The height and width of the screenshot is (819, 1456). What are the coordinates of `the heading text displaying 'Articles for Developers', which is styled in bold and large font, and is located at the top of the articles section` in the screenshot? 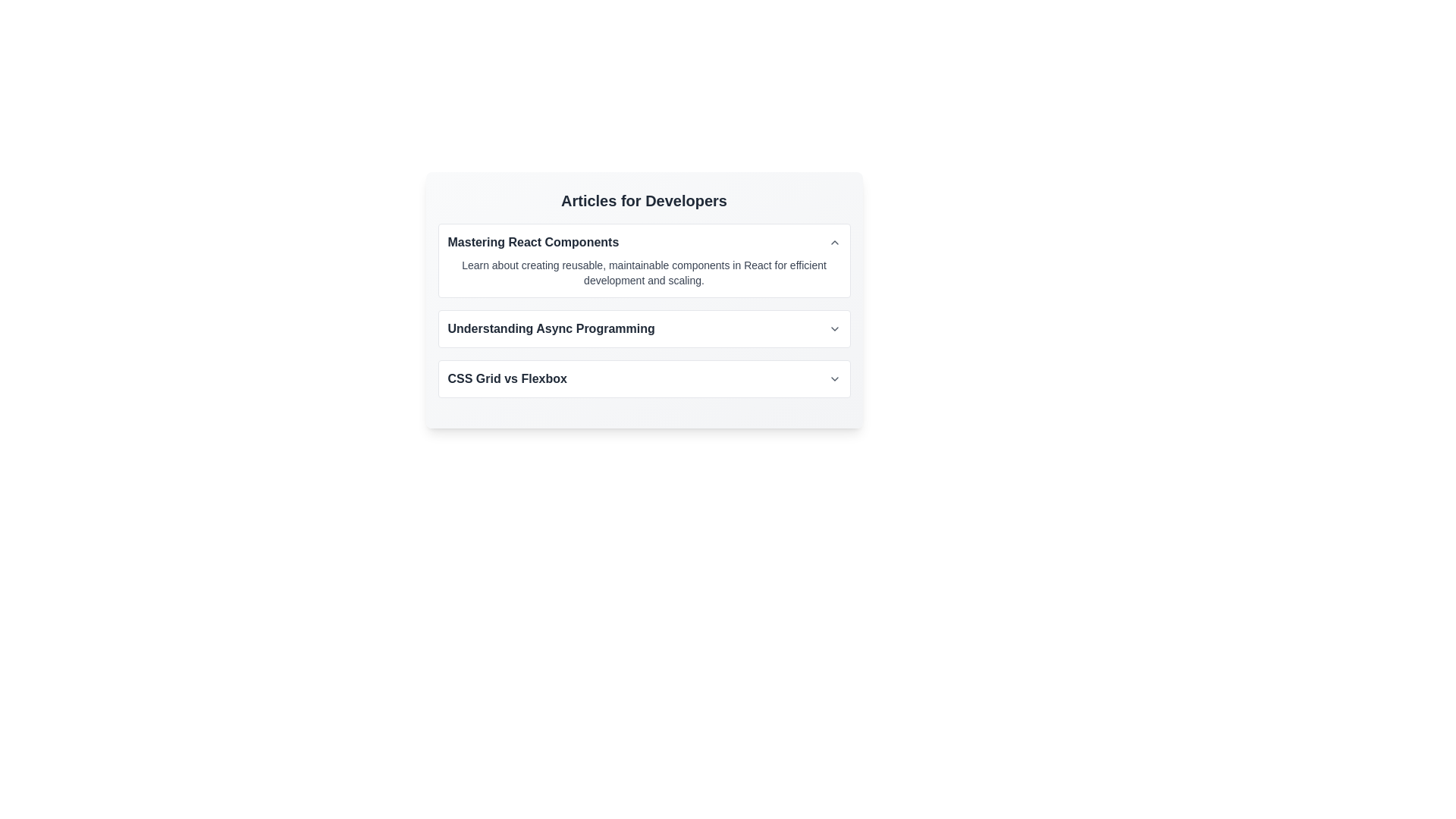 It's located at (644, 200).